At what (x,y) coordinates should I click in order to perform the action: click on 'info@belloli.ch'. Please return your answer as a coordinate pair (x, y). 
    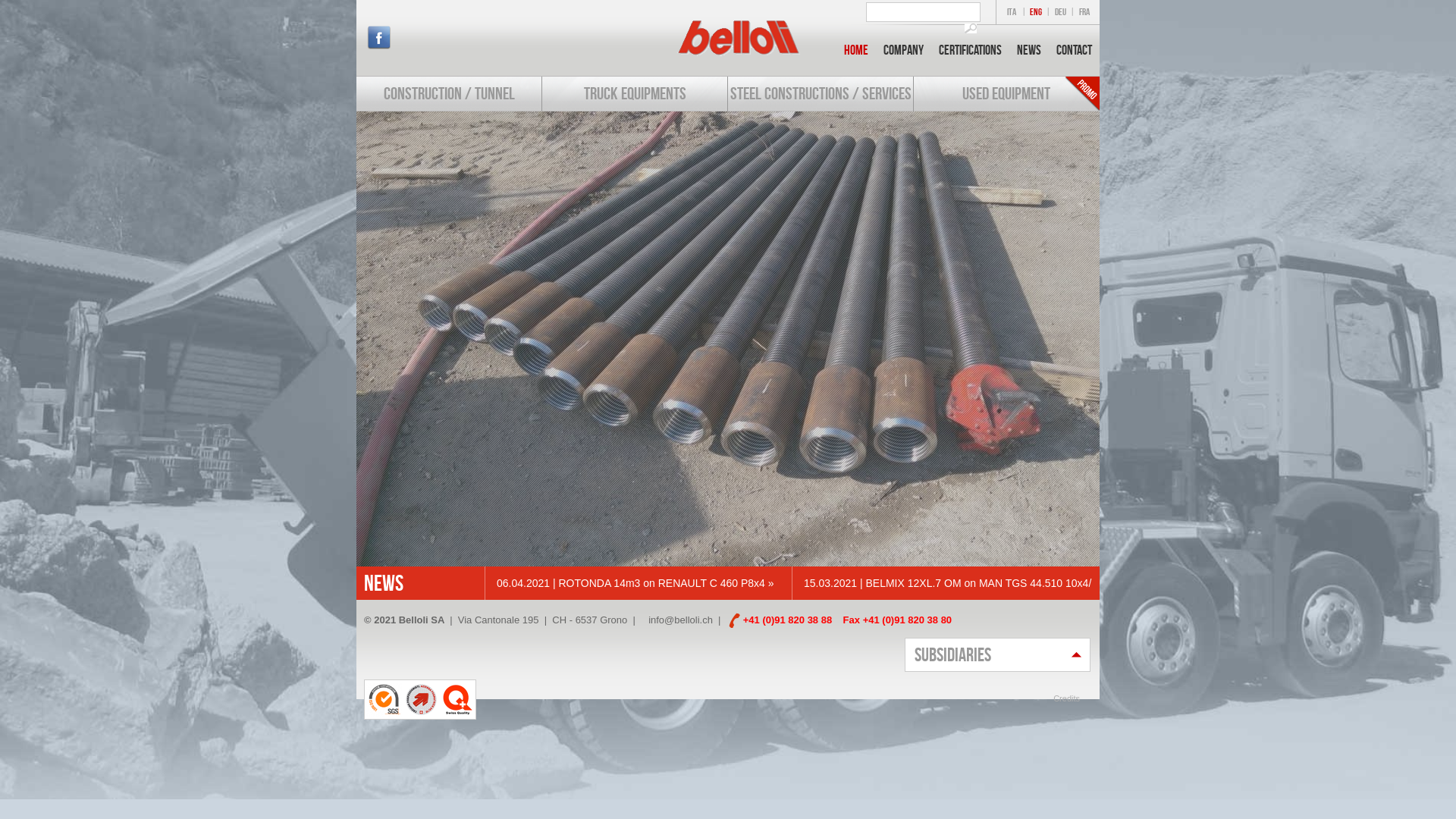
    Looking at the image, I should click on (679, 620).